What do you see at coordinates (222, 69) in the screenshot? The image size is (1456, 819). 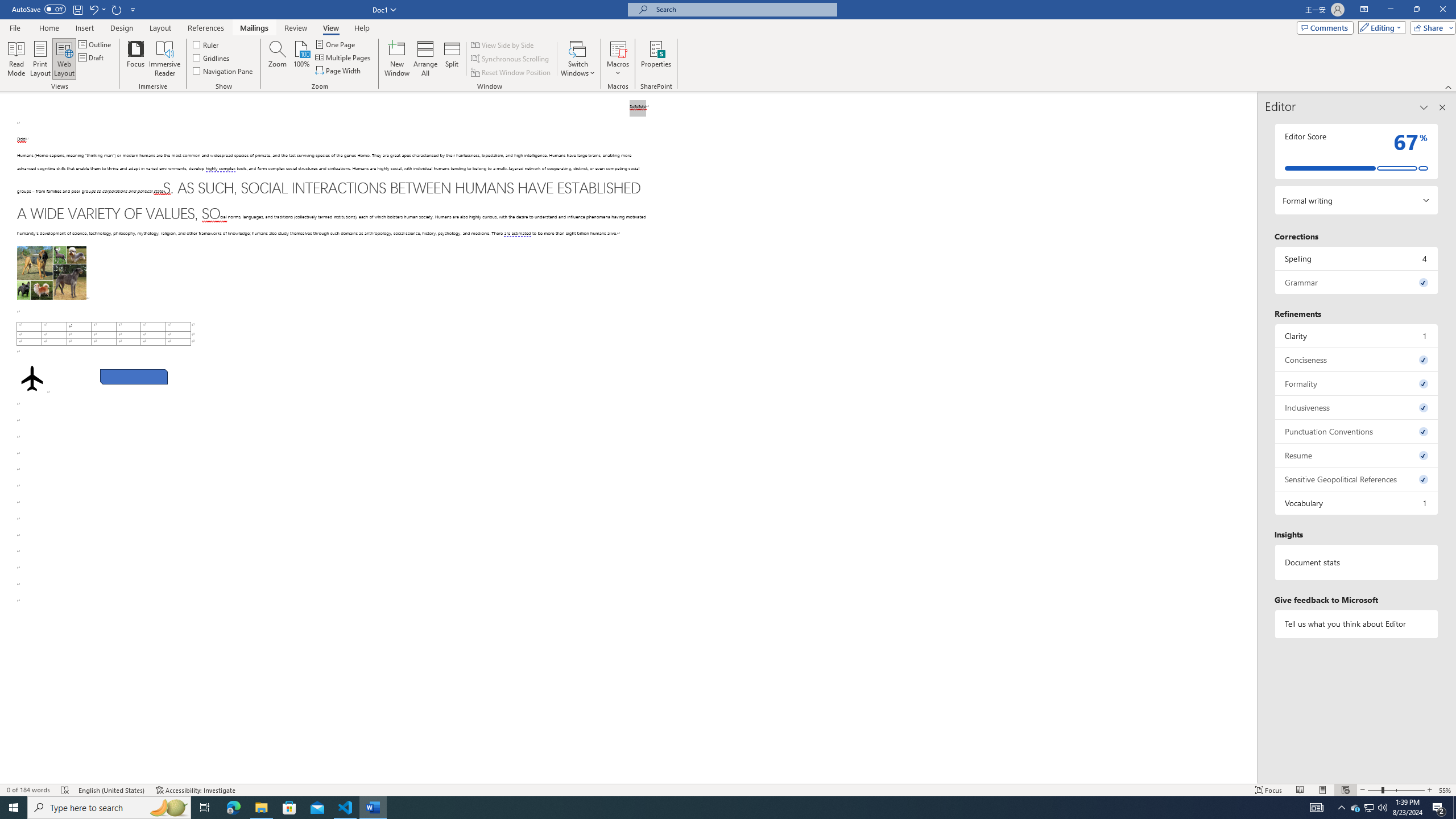 I see `'Navigation Pane'` at bounding box center [222, 69].